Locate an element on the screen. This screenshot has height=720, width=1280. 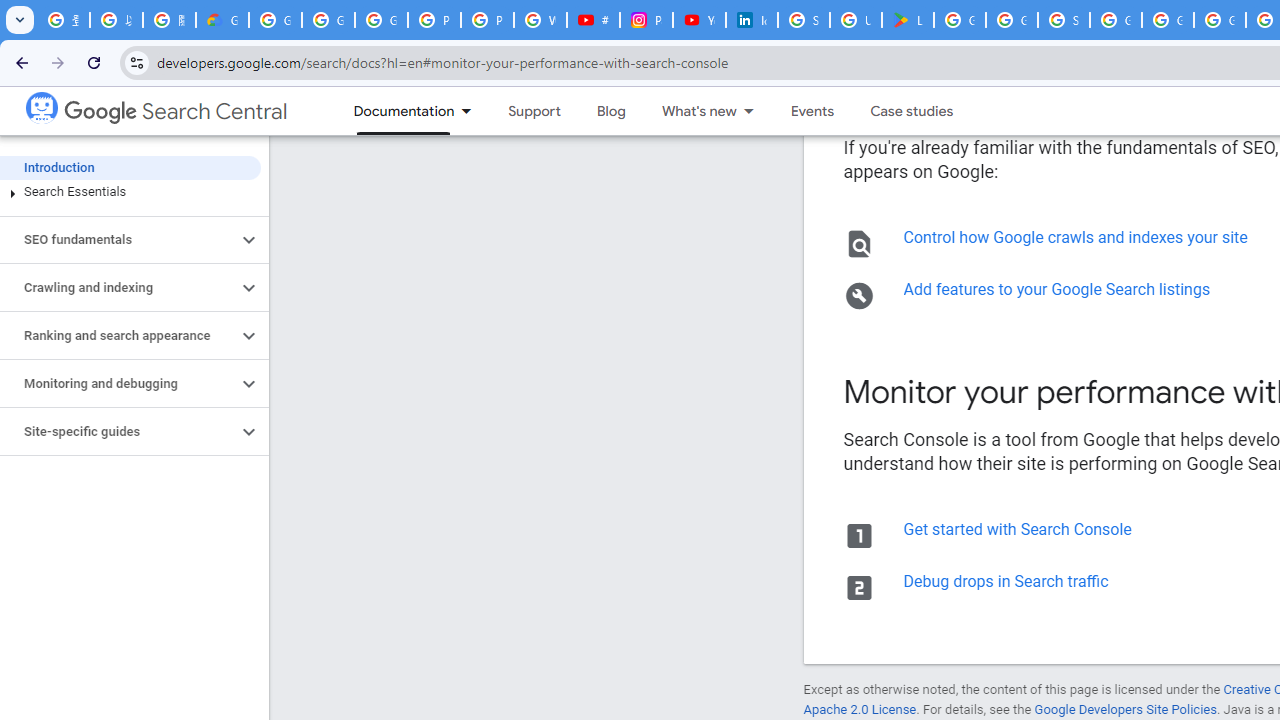
'Blog' is located at coordinates (610, 111).